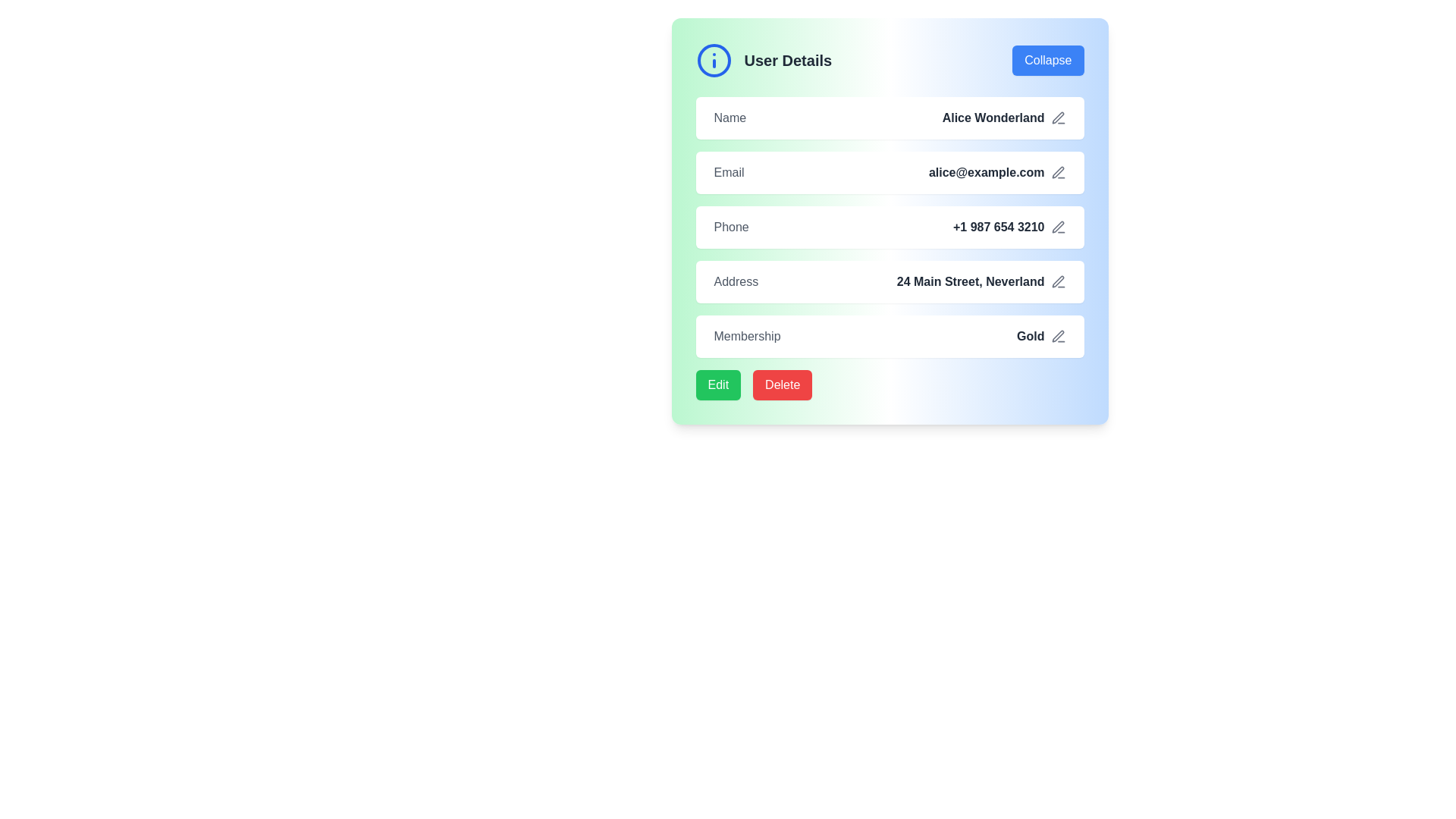 This screenshot has width=1456, height=819. I want to click on the Text label displaying the user's name in the user details form, located next to the 'Name' label in the upper section of the user details card, so click(1004, 117).